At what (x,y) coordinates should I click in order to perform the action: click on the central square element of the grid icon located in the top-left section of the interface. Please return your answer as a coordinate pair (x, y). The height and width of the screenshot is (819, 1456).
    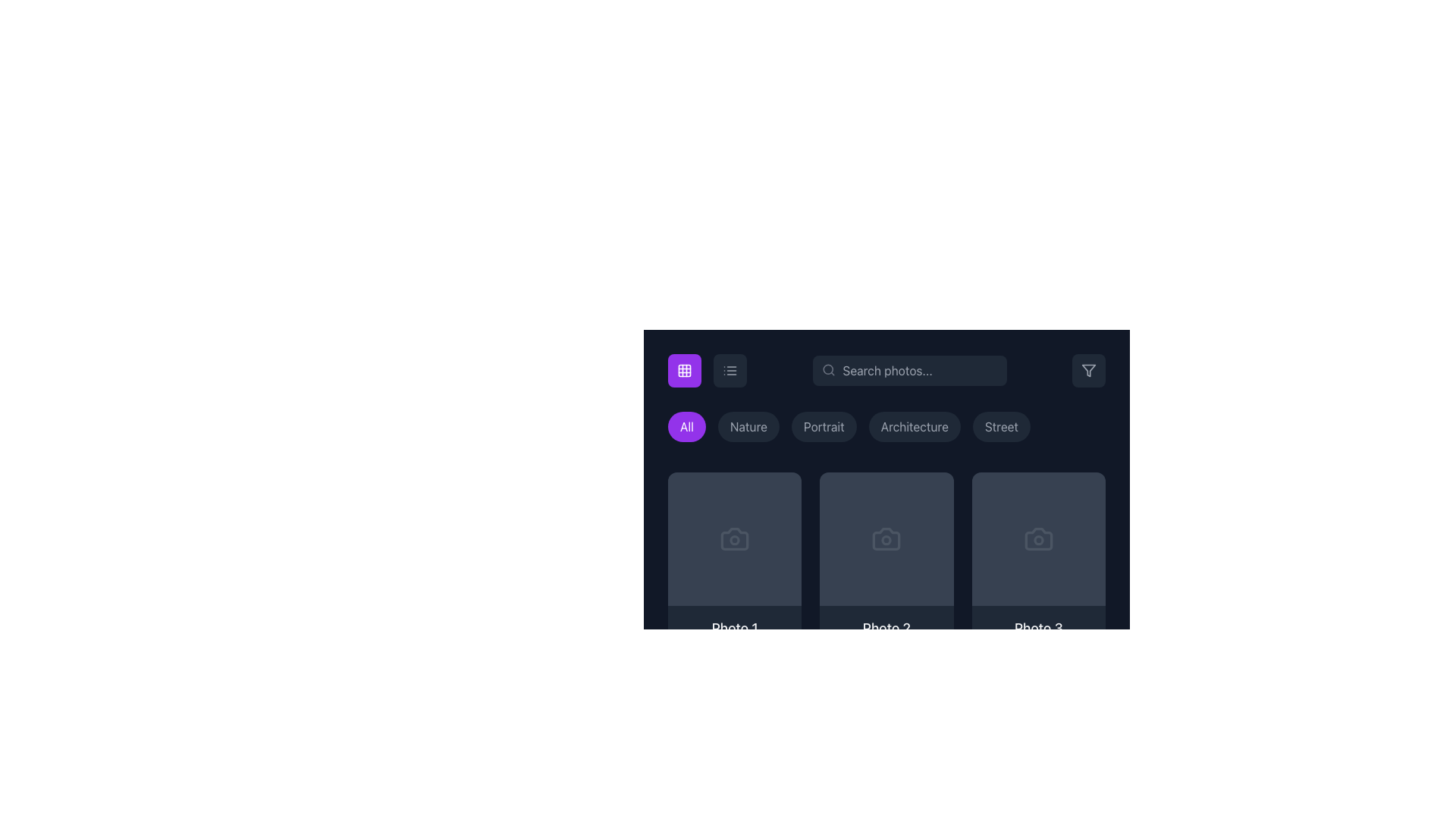
    Looking at the image, I should click on (683, 371).